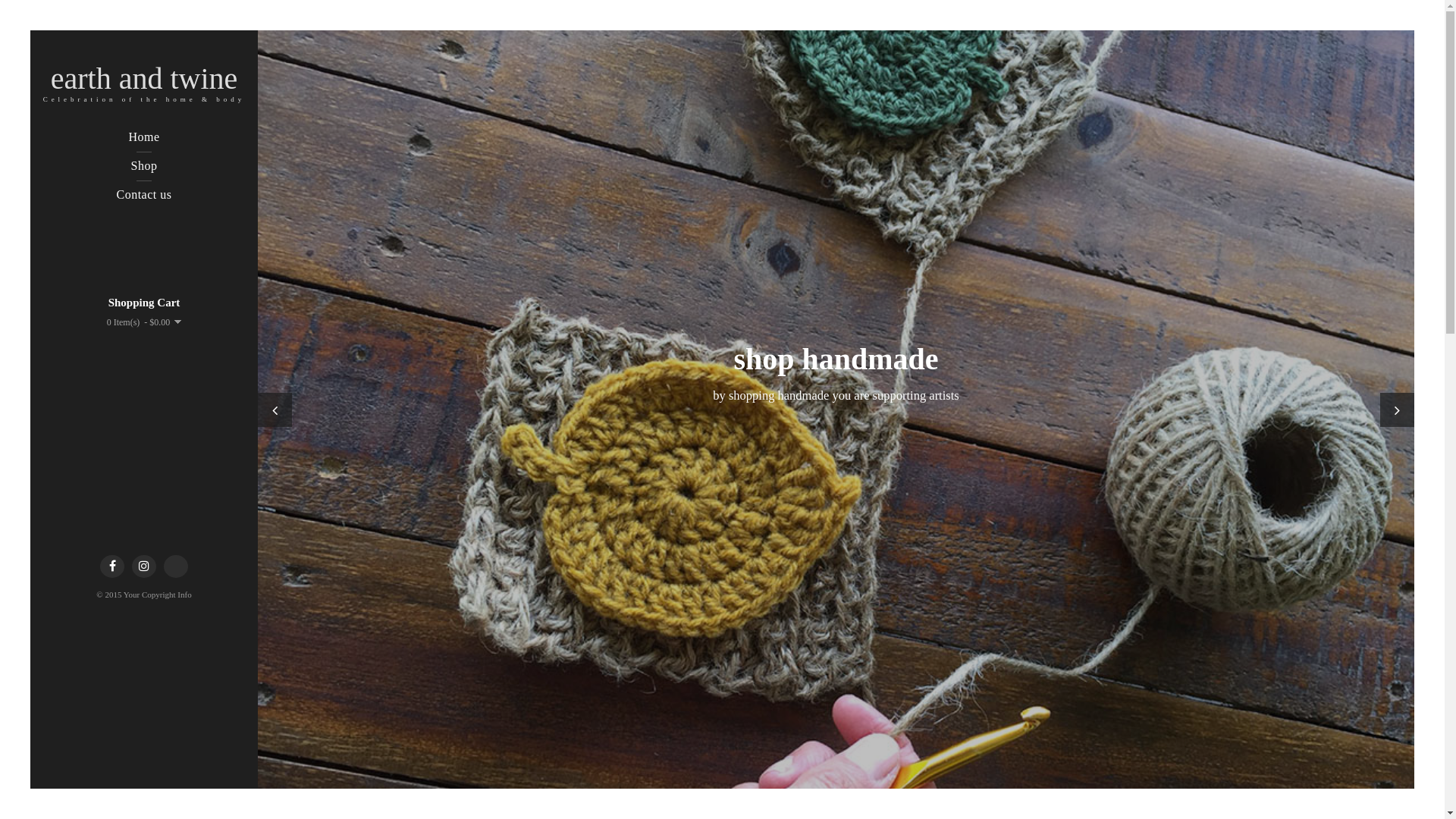  I want to click on 'Instagram', so click(144, 566).